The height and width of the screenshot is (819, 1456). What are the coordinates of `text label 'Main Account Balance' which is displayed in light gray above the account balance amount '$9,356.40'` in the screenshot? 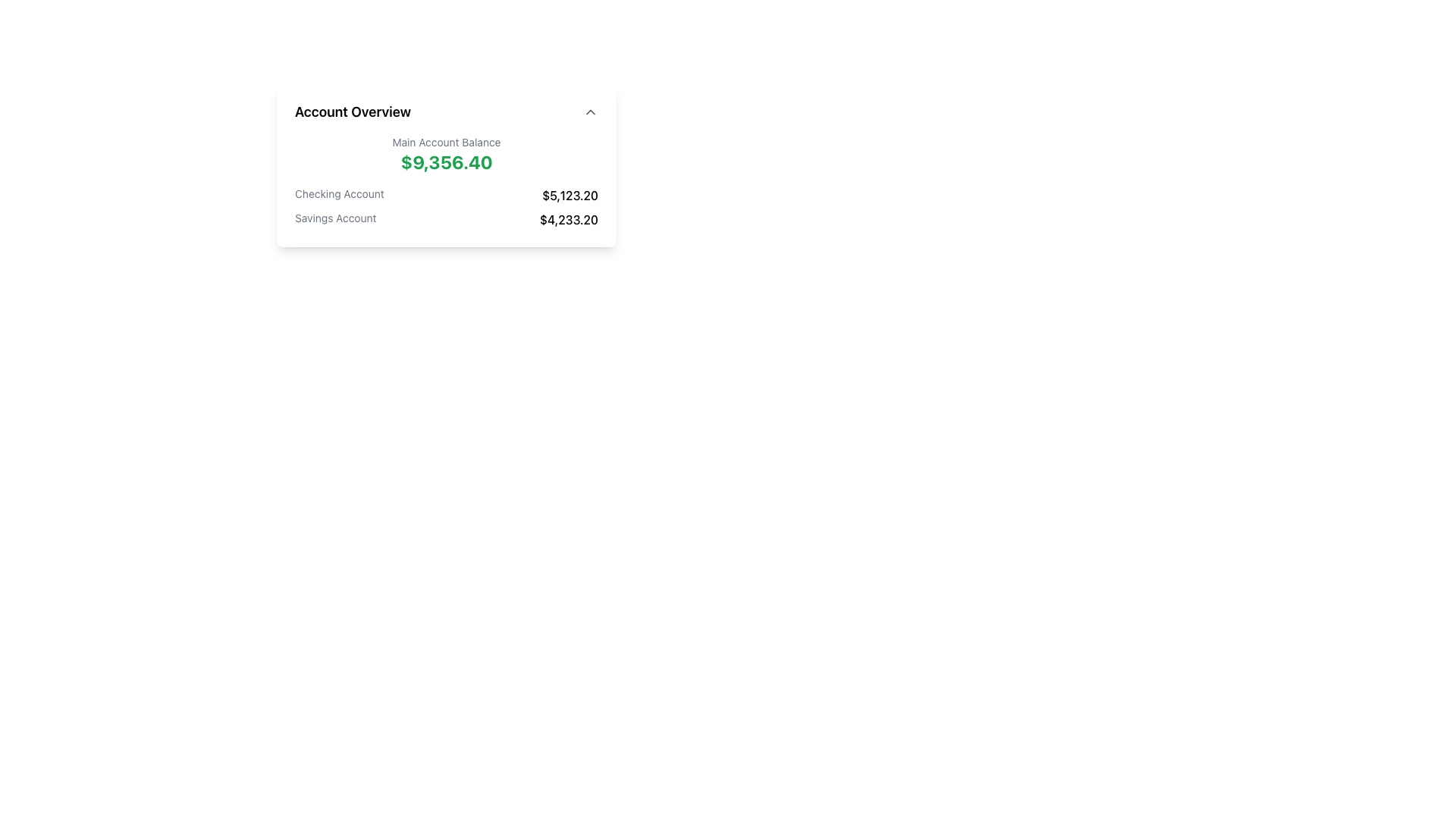 It's located at (446, 143).